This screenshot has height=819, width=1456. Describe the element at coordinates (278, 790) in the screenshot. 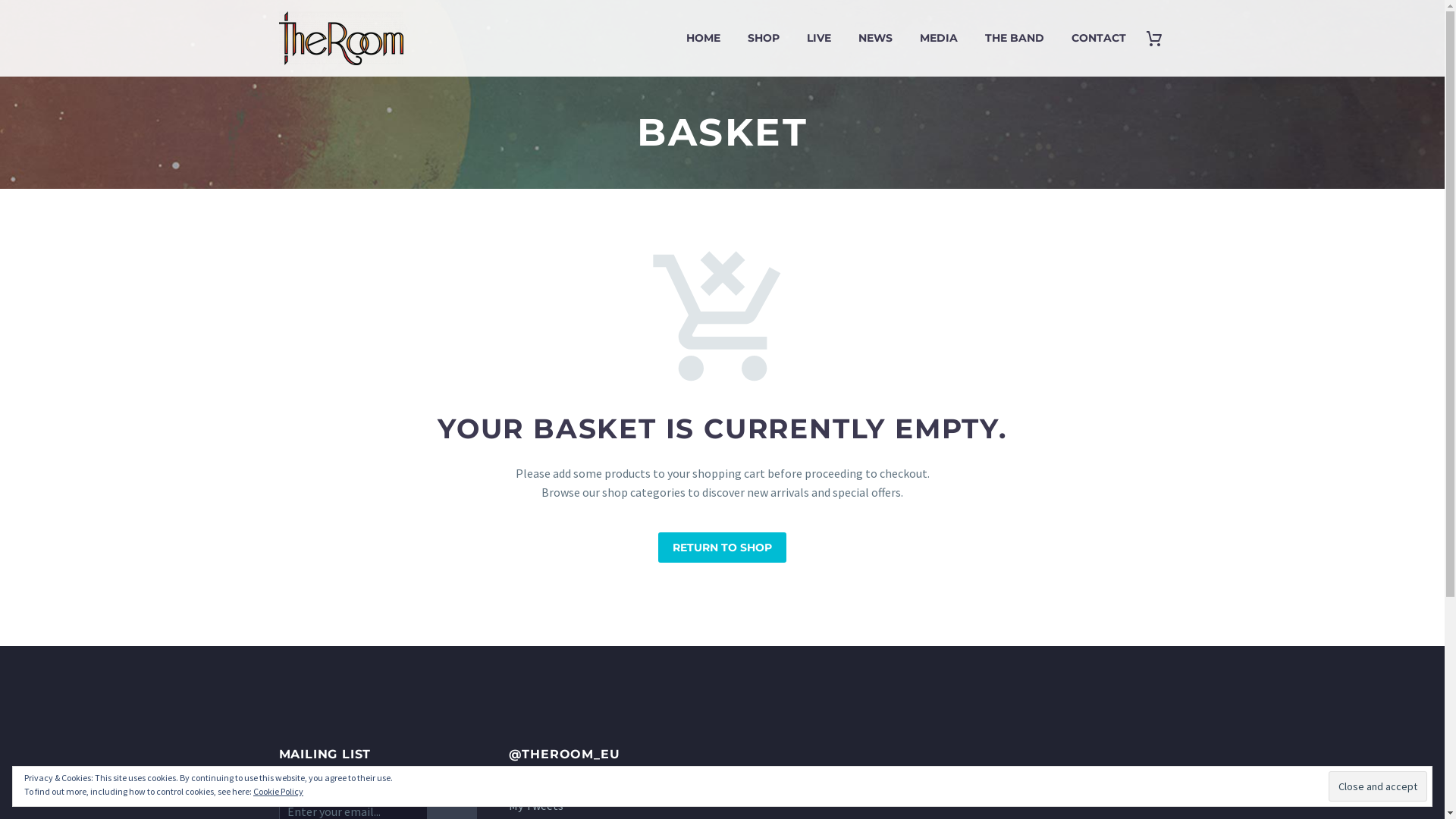

I see `'Cookie Policy'` at that location.